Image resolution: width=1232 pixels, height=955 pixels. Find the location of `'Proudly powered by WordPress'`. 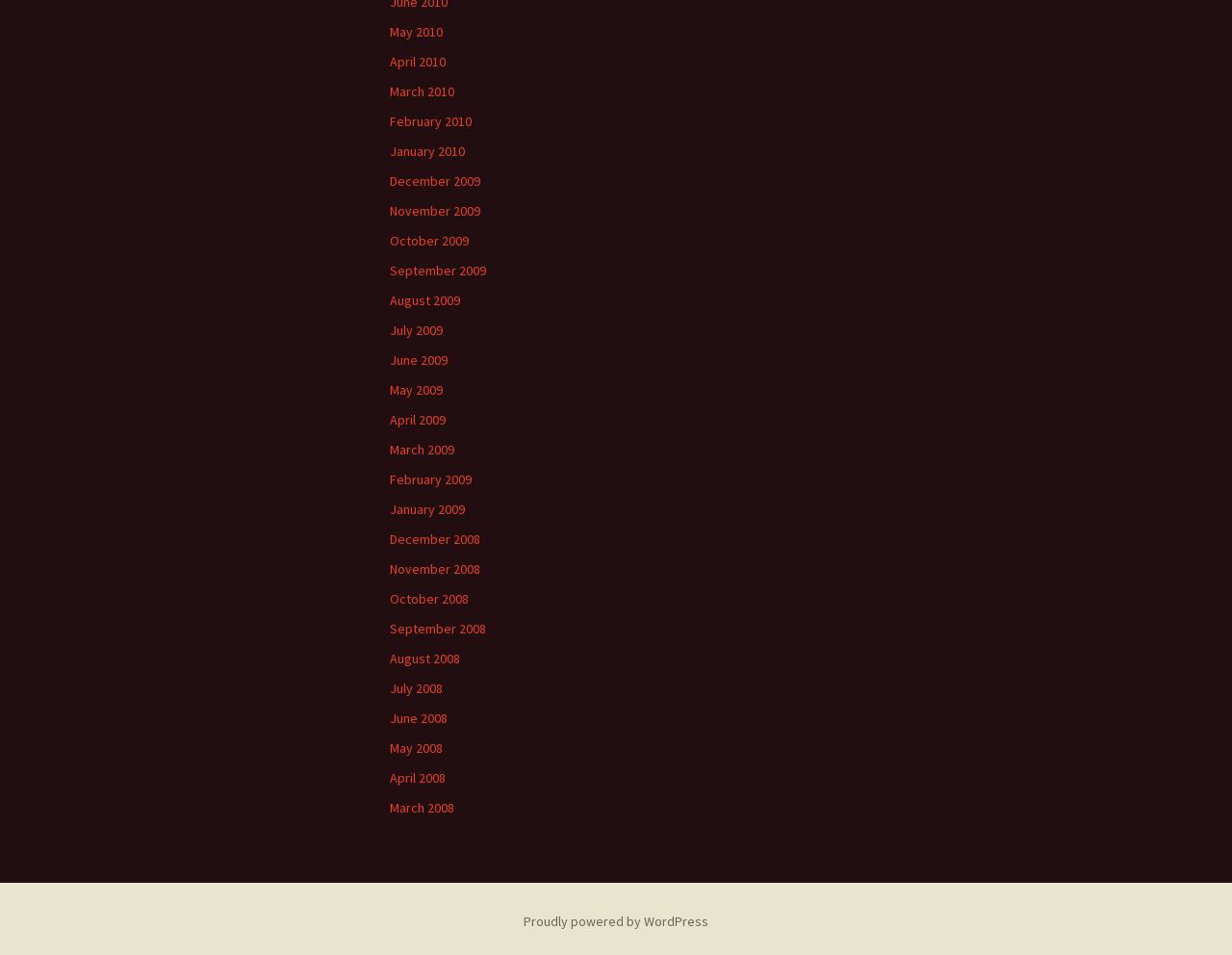

'Proudly powered by WordPress' is located at coordinates (616, 920).